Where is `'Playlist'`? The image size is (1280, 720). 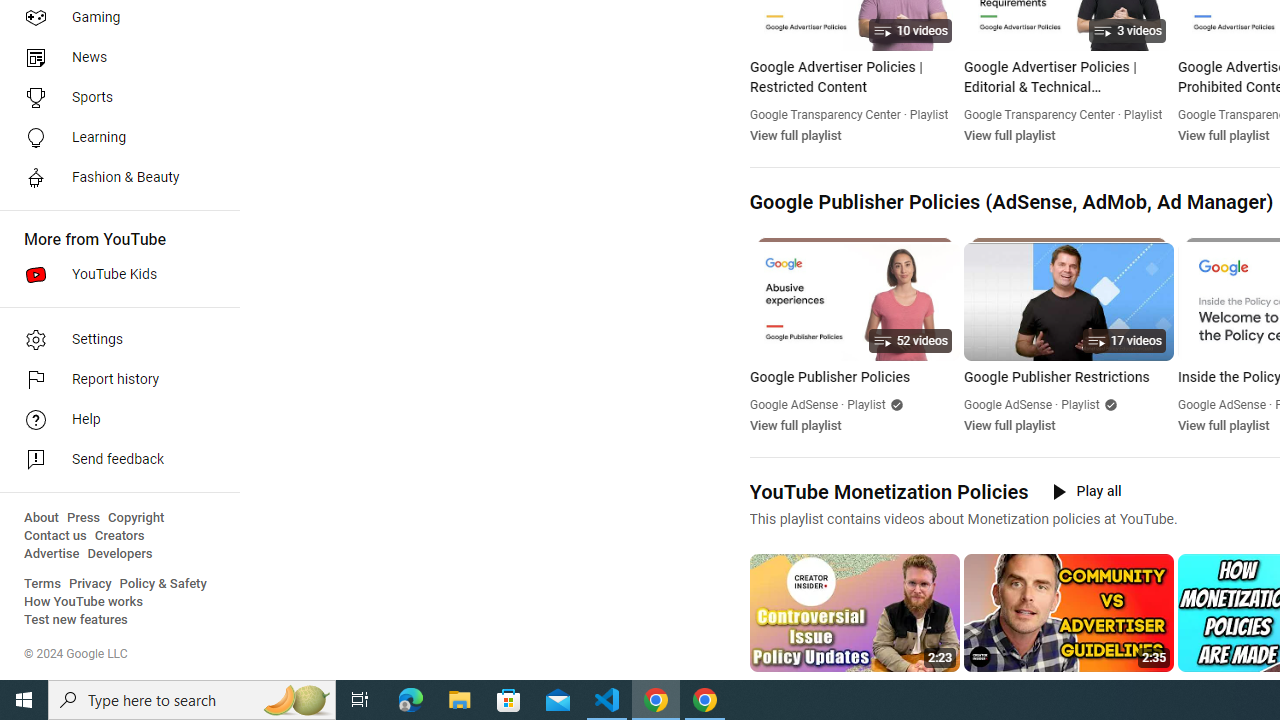 'Playlist' is located at coordinates (1079, 405).